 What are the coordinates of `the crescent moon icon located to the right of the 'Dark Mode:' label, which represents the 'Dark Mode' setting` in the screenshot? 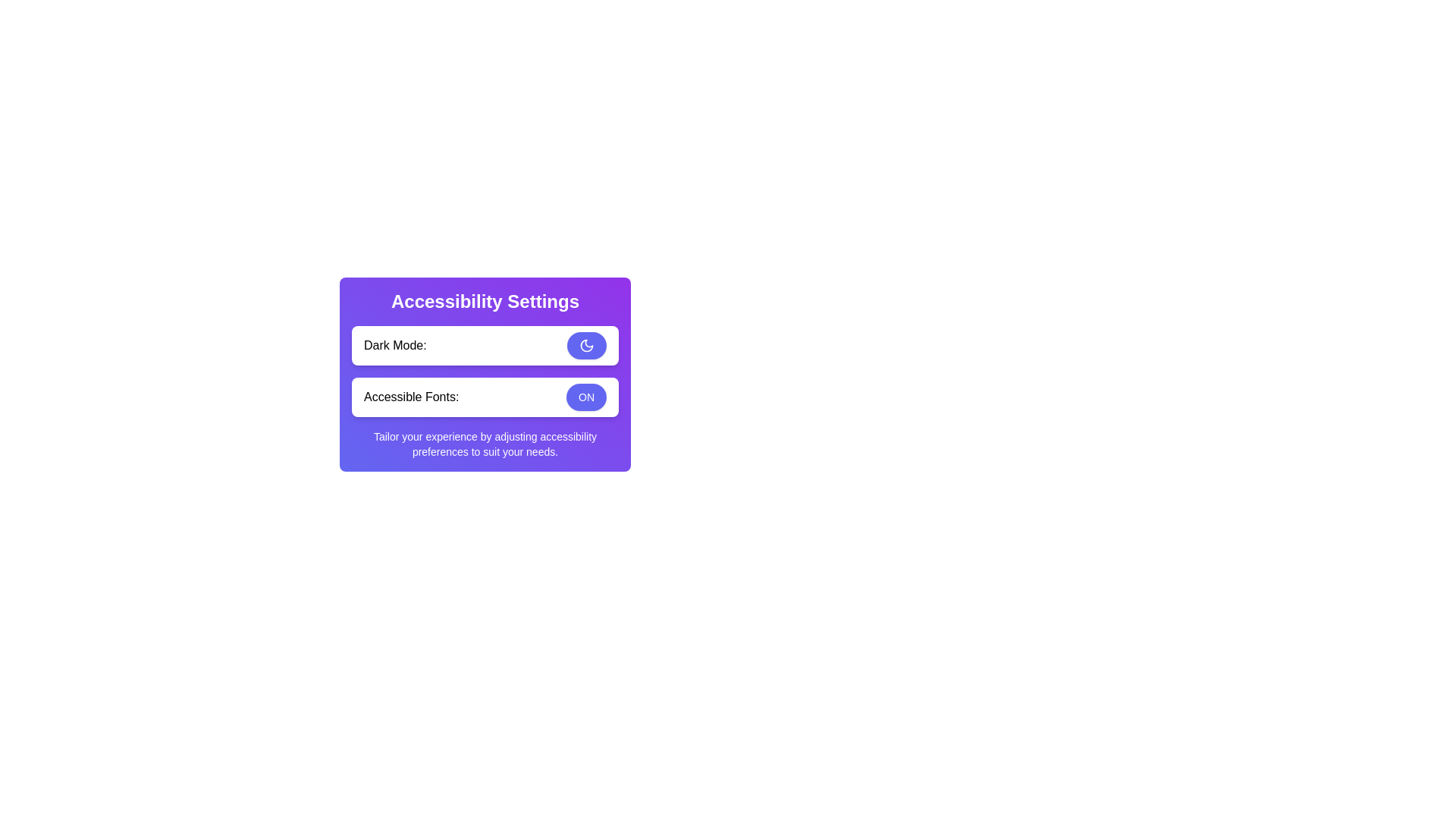 It's located at (585, 345).